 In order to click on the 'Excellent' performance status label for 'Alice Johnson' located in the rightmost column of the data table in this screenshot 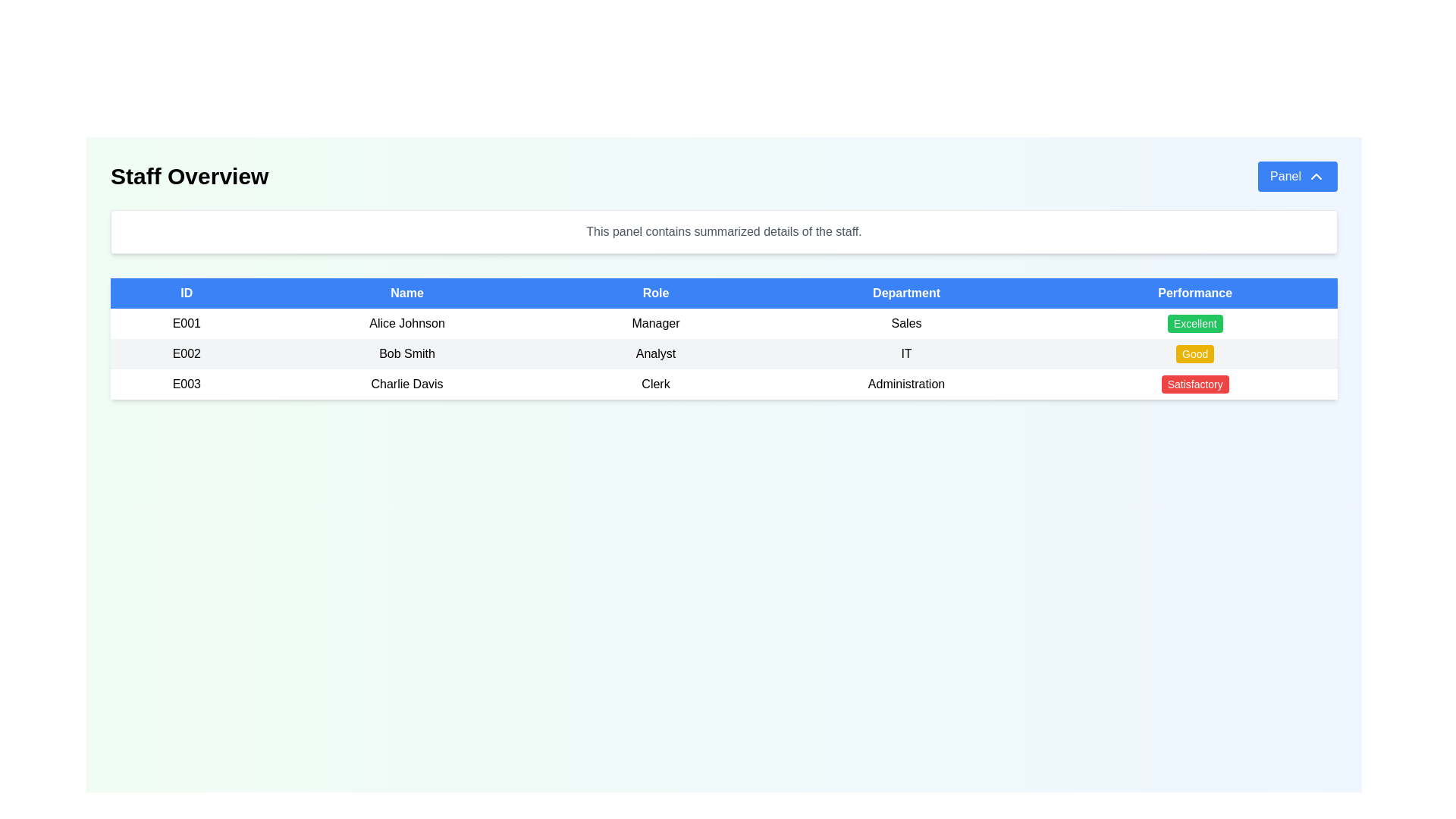, I will do `click(1194, 323)`.